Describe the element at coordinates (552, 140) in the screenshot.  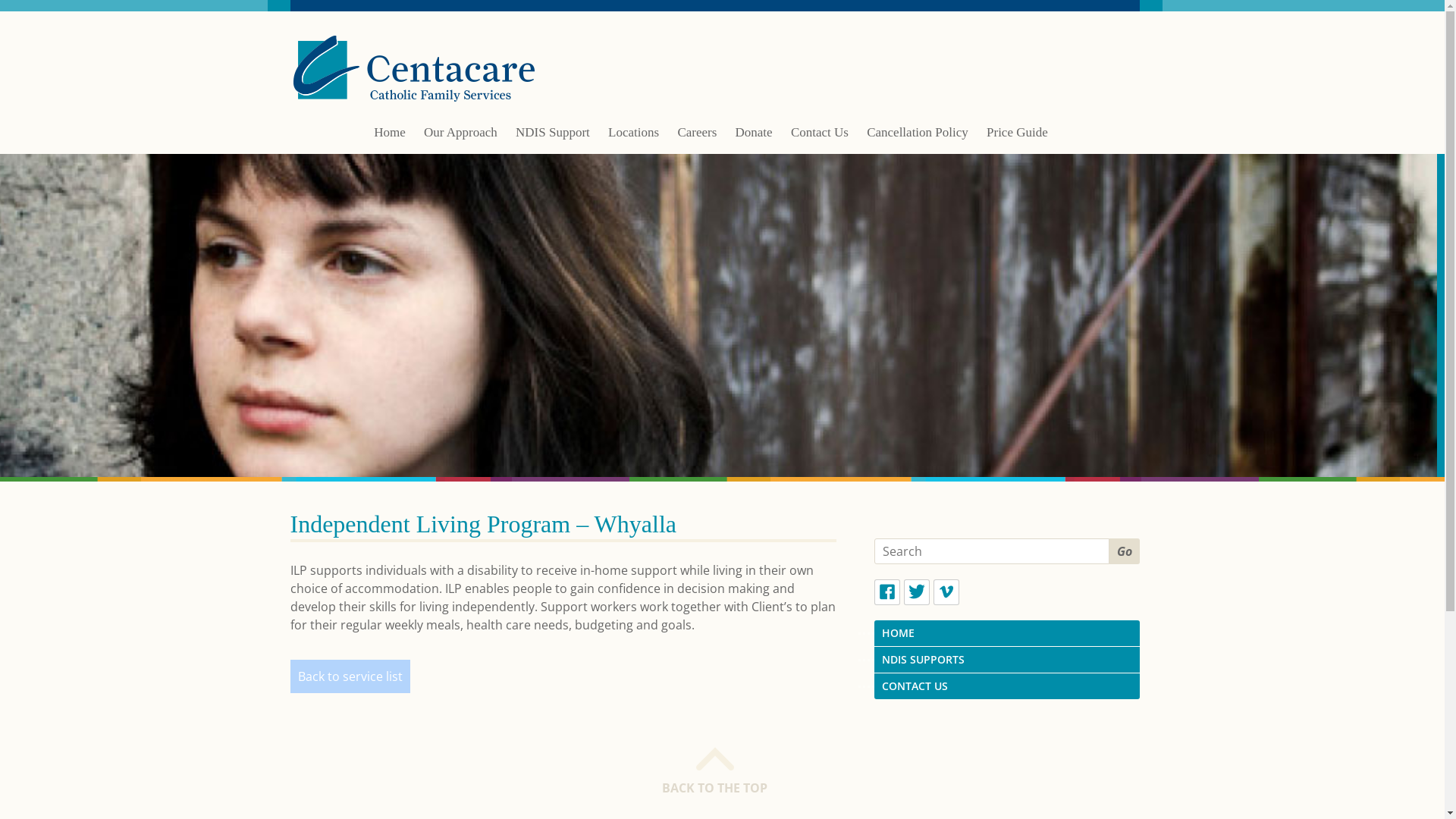
I see `'NDIS Support'` at that location.